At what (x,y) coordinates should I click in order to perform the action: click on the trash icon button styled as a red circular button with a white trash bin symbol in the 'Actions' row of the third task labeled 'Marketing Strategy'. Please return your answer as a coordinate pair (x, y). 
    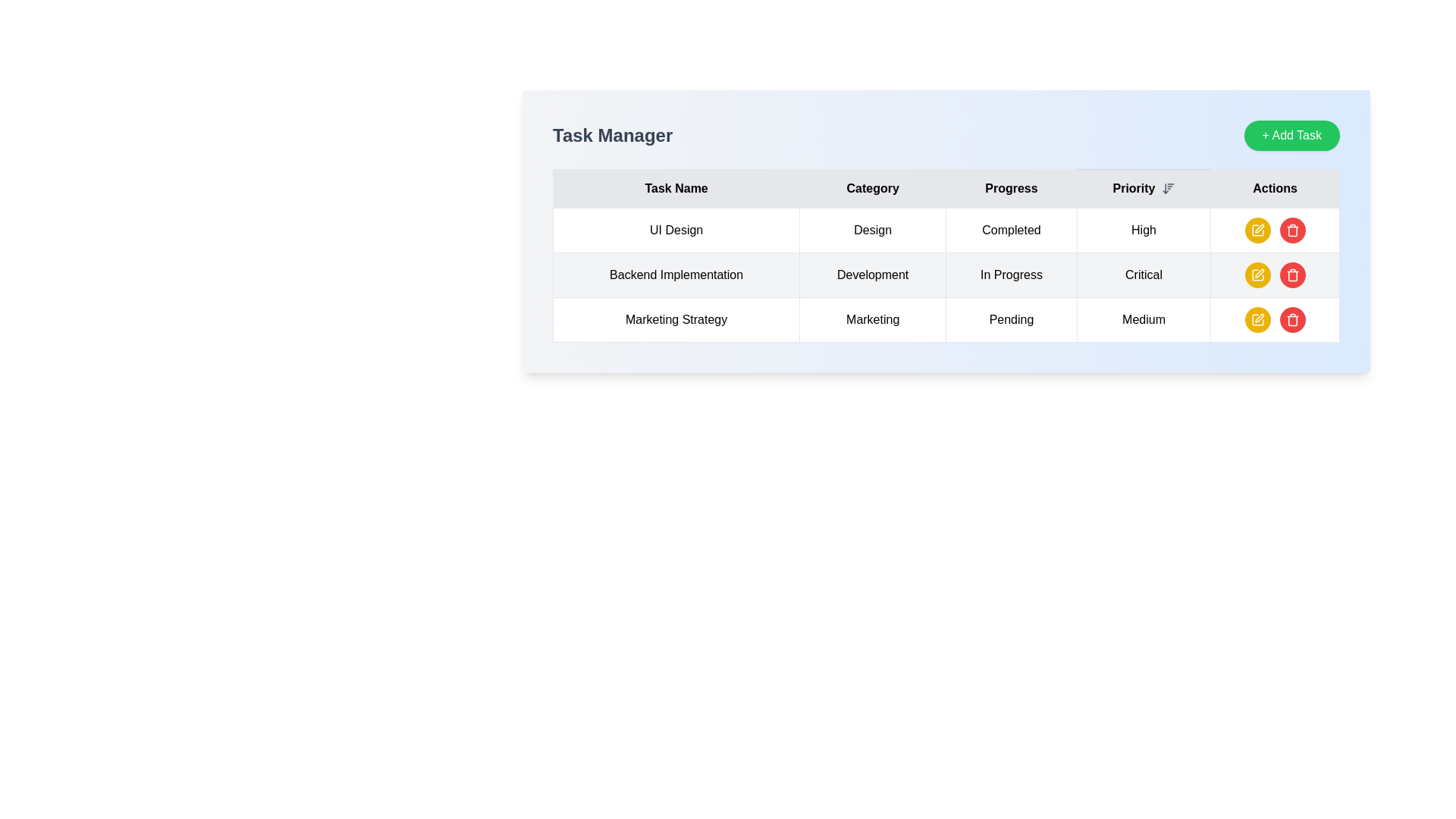
    Looking at the image, I should click on (1291, 231).